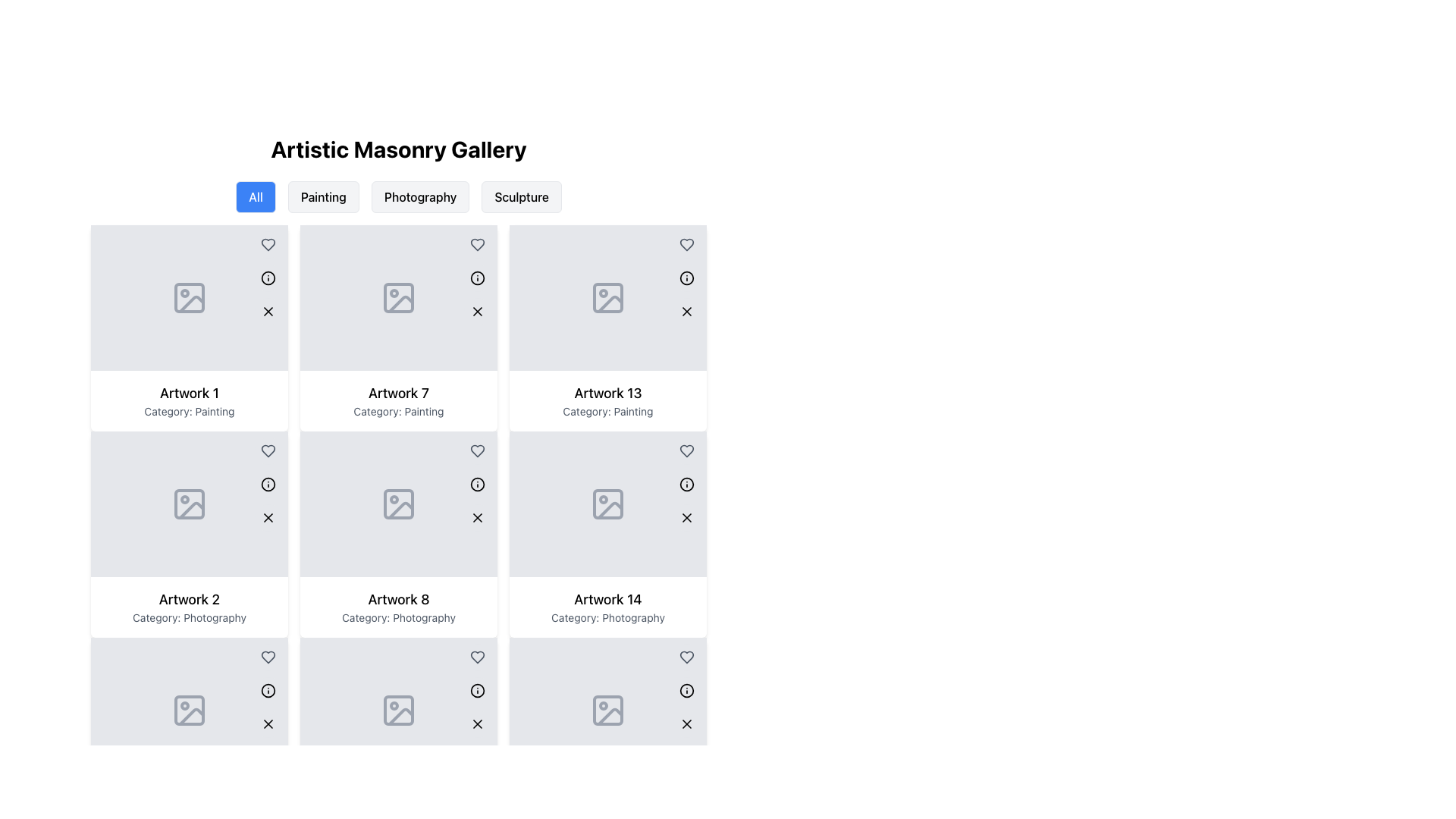  Describe the element at coordinates (686, 690) in the screenshot. I see `the middle button in the vertical group of buttons located at the top-right section of the third column in the gallery grid below 'Artwork 14' to trigger a tooltip` at that location.